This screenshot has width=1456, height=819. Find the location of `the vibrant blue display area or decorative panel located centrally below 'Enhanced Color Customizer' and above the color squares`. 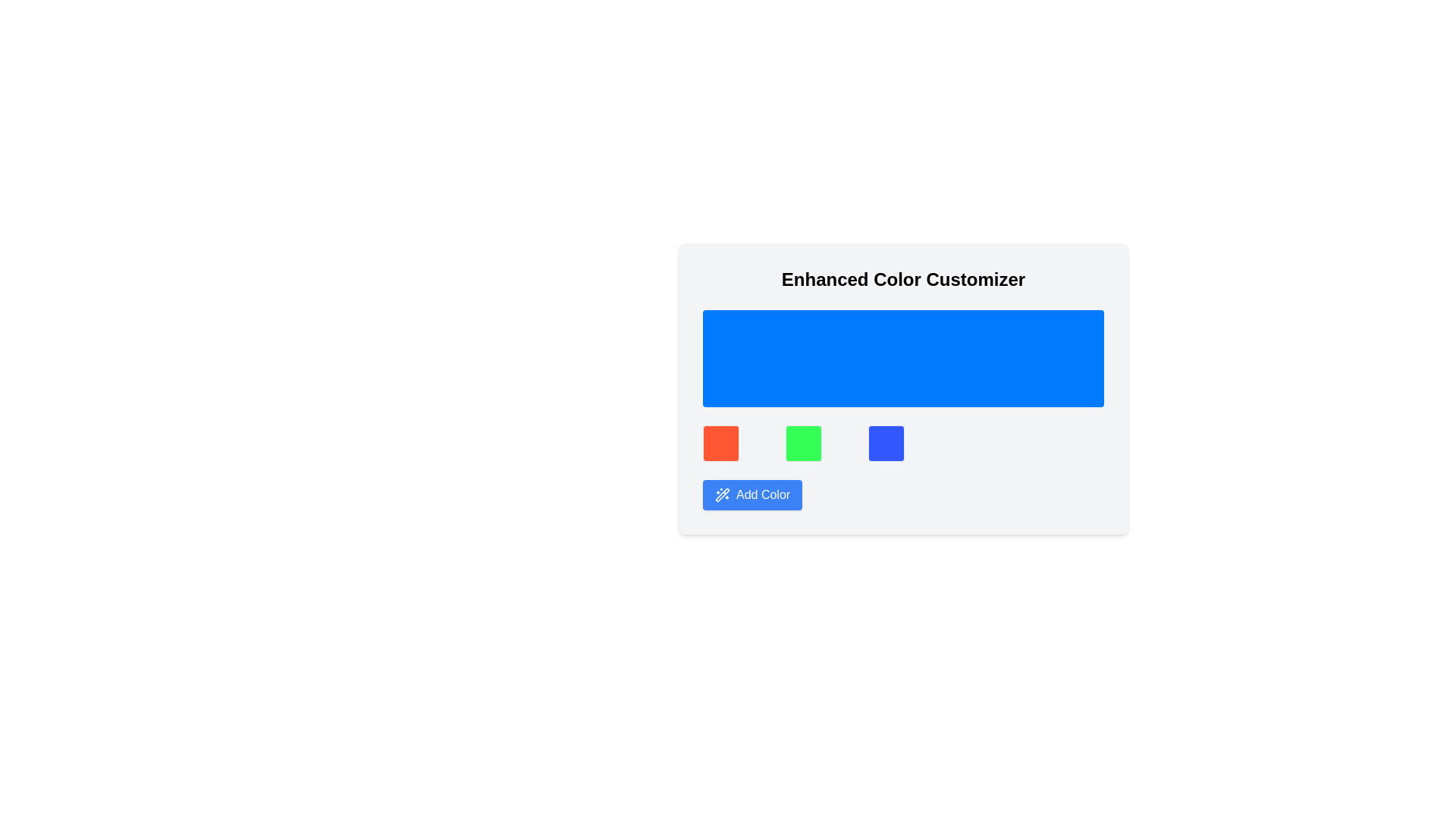

the vibrant blue display area or decorative panel located centrally below 'Enhanced Color Customizer' and above the color squares is located at coordinates (903, 396).